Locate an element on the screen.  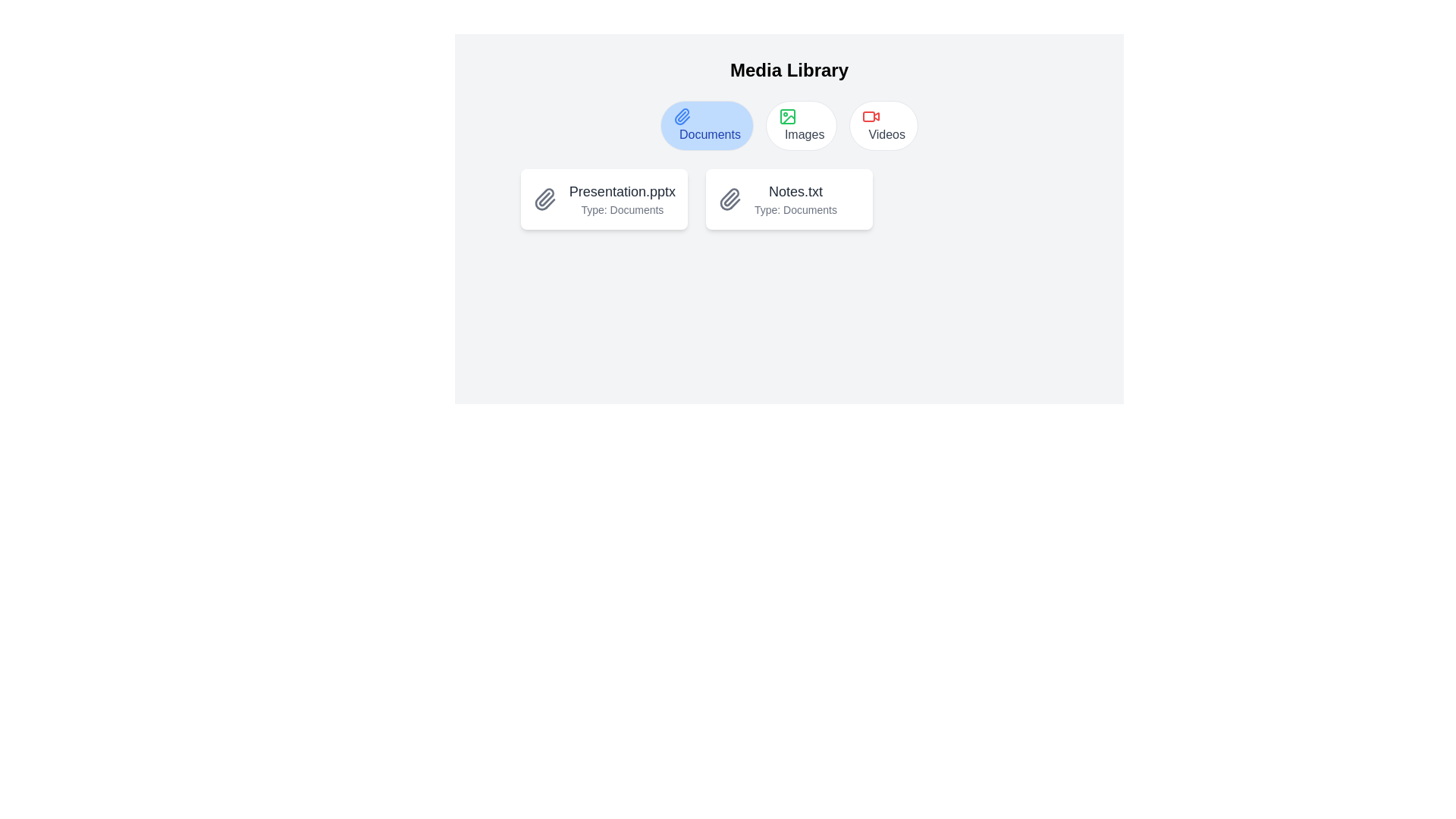
the attachment icon located on the left side of the second rectangular card in a horizontal row, which signifies that a file can be attached or is of a document type is located at coordinates (730, 198).